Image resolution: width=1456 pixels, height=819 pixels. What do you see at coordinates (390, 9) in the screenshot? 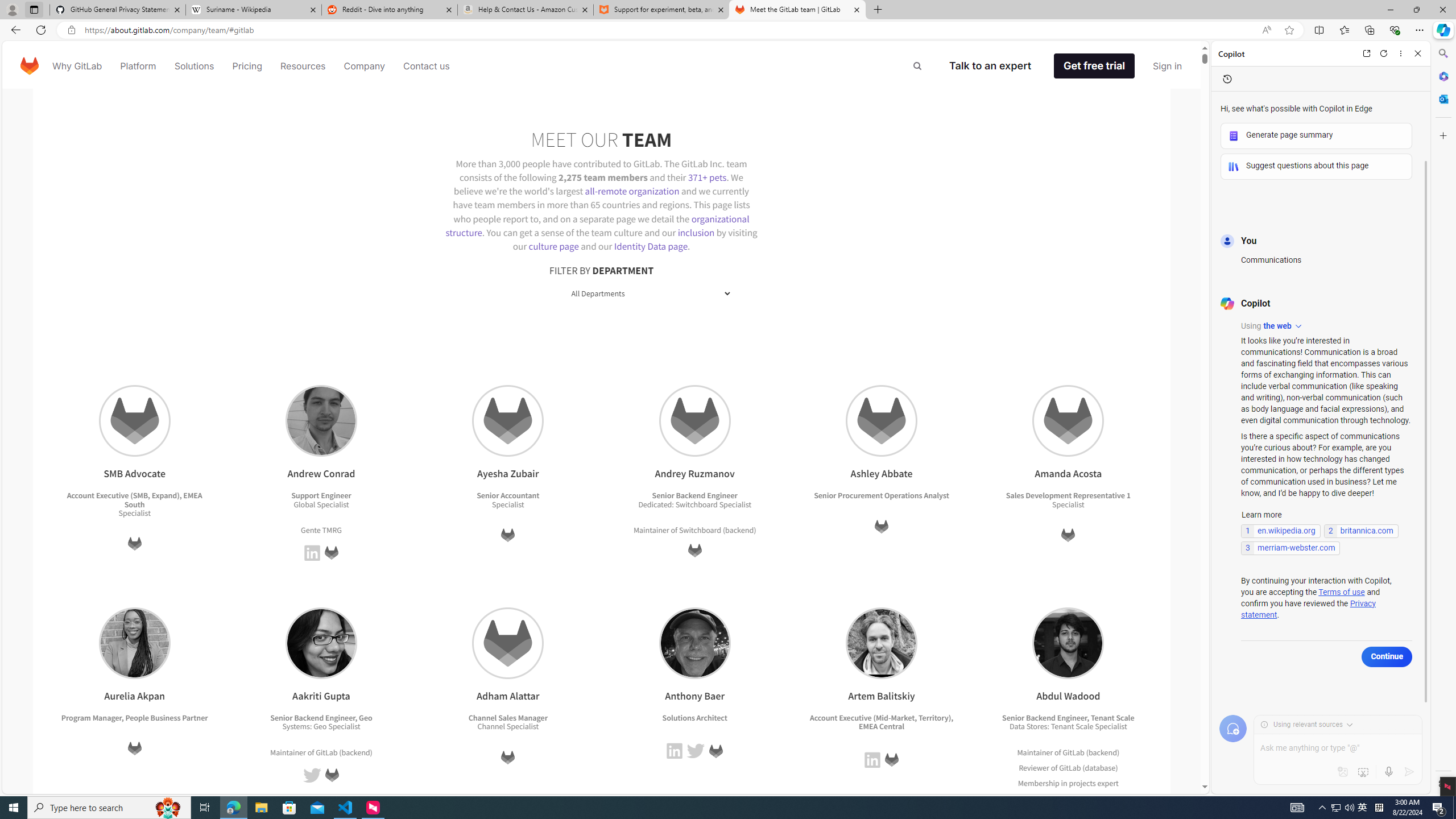
I see `'Reddit - Dive into anything'` at bounding box center [390, 9].